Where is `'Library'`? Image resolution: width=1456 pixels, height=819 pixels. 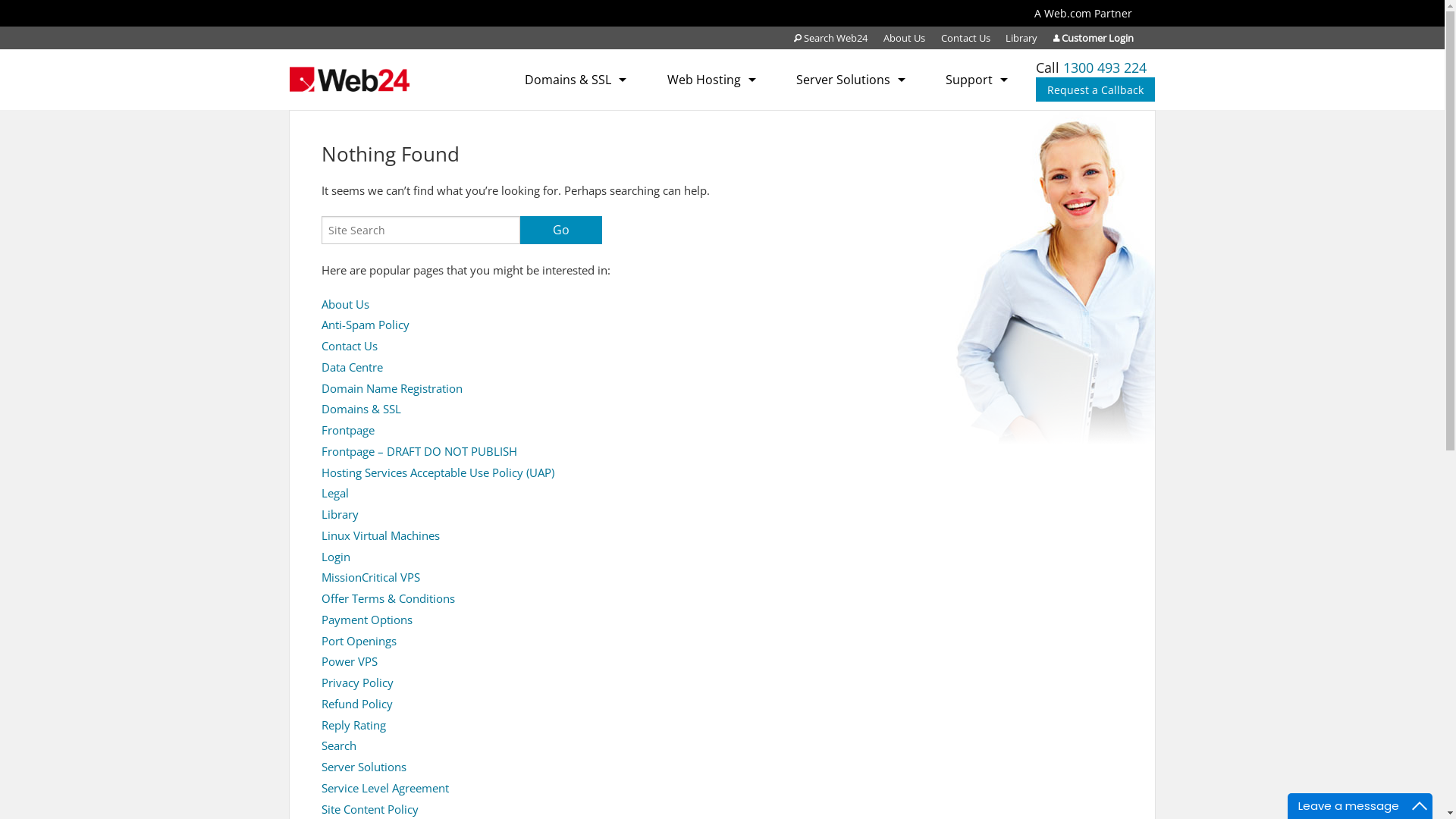
'Library' is located at coordinates (1021, 37).